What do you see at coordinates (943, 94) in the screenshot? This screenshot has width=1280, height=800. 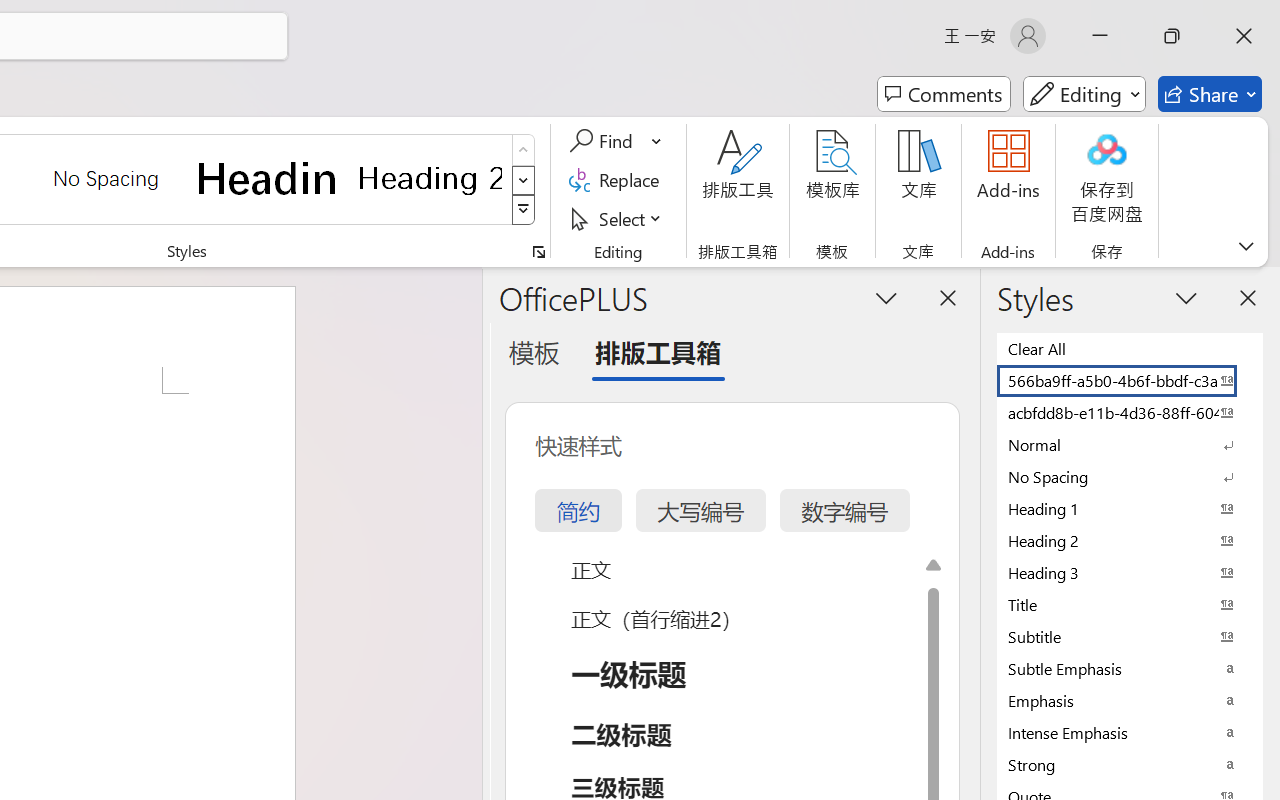 I see `'Comments'` at bounding box center [943, 94].